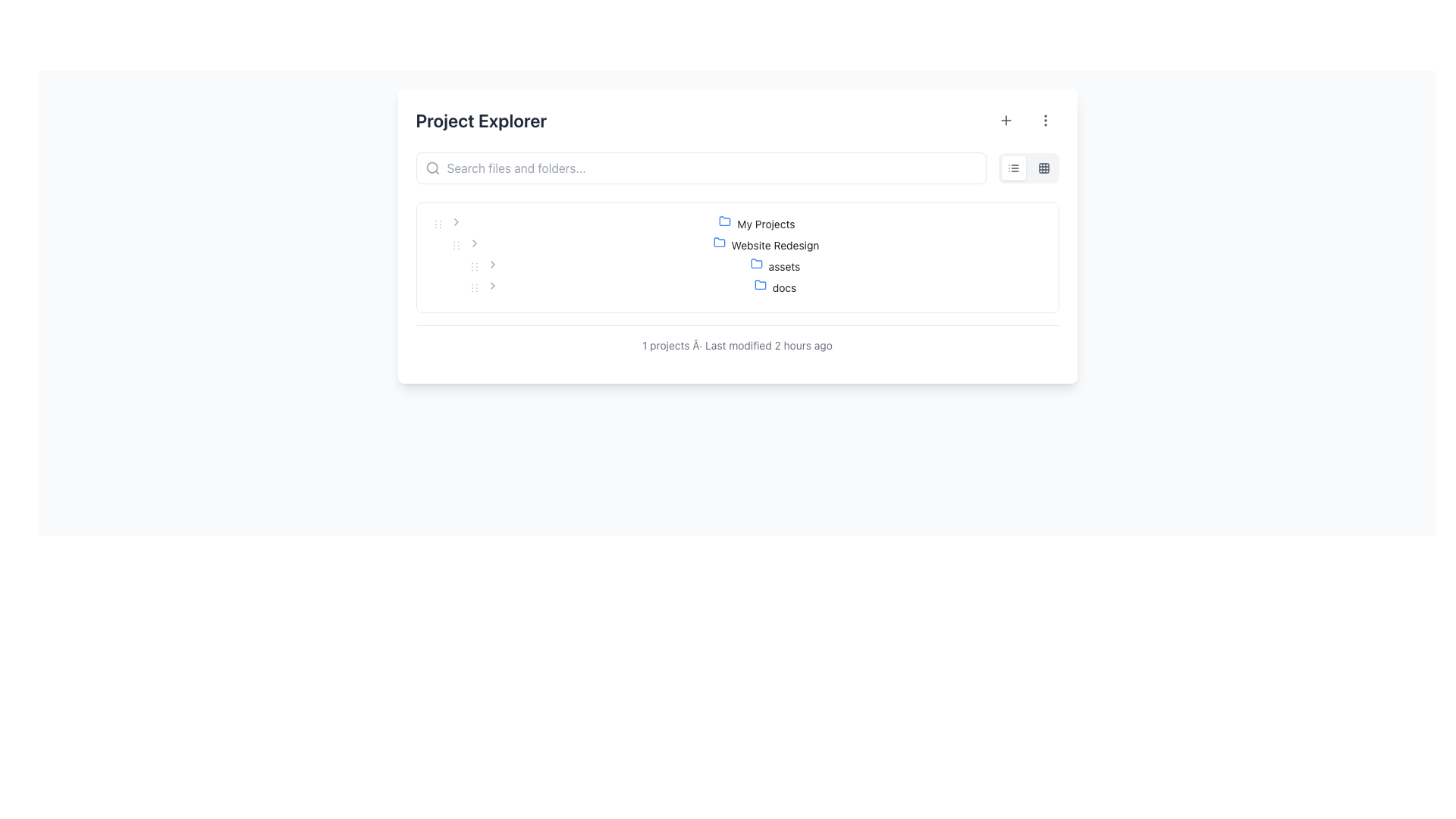  I want to click on the icon located in the top-right section of the 'Project Explorer' interface, adjacent to a '+' icon, so click(1044, 119).